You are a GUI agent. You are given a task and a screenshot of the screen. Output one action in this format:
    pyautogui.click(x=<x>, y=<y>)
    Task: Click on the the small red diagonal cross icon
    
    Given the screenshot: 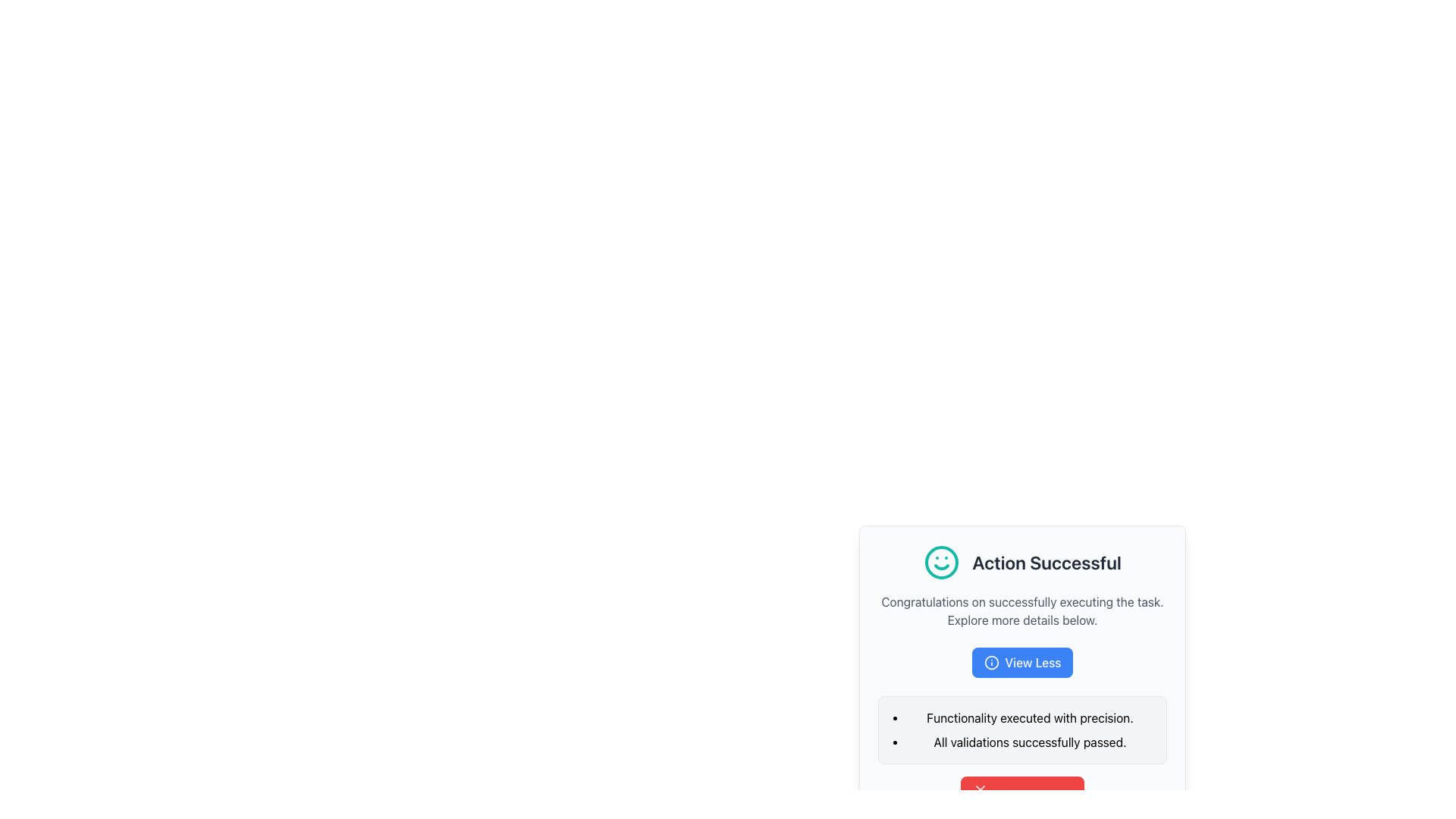 What is the action you would take?
    pyautogui.click(x=980, y=789)
    